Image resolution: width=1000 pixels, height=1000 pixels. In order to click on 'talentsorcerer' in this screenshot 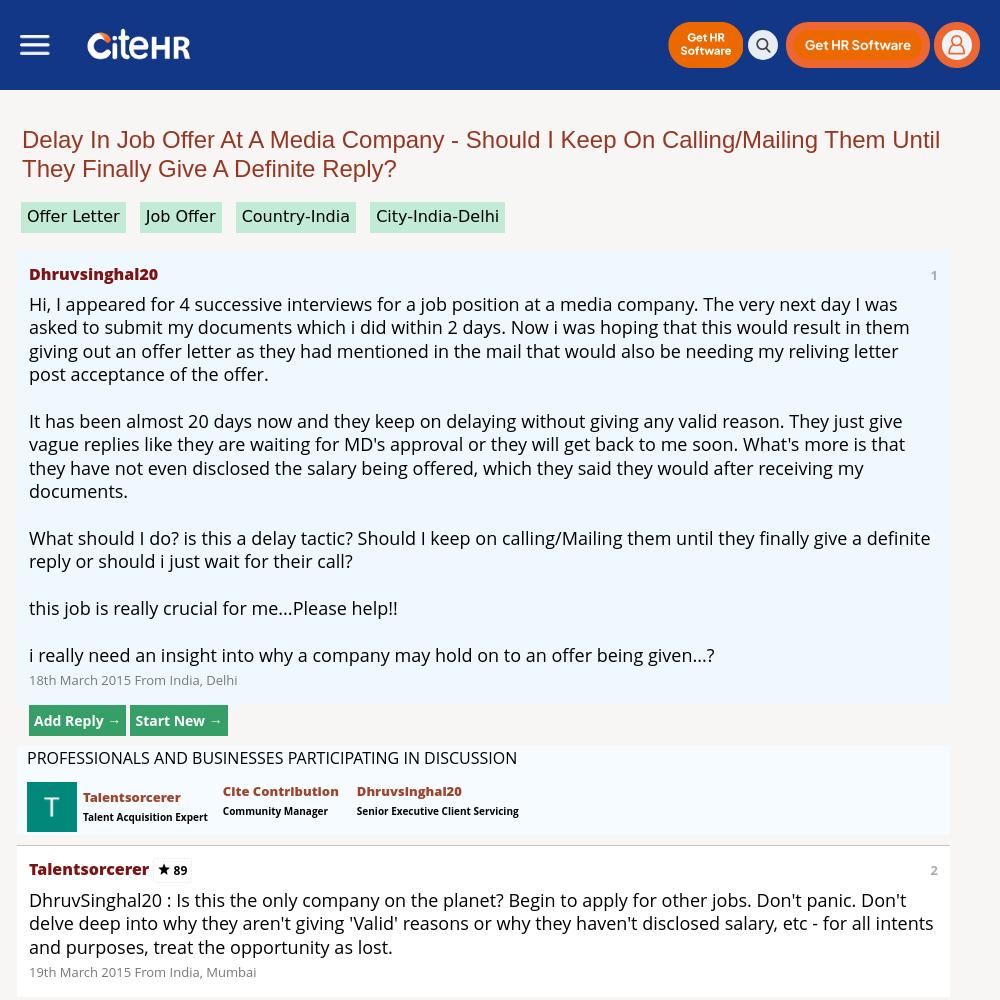, I will do `click(29, 867)`.